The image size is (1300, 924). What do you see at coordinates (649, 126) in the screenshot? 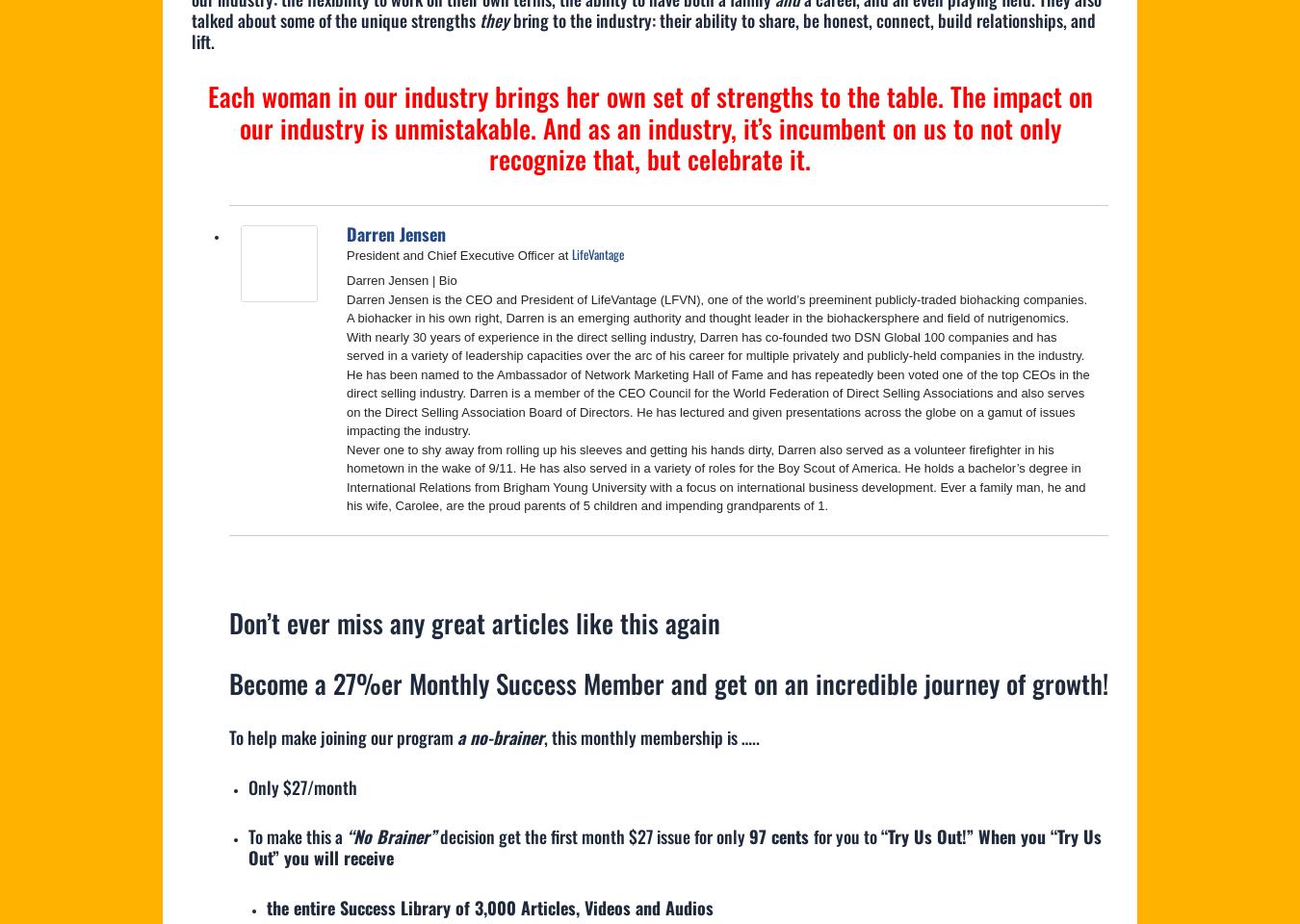
I see `'Each woman in our industry brings her own set of strengths to the table. The impact on our industry is unmistakable. And as an industry, it’s incumbent on us to not only recognize that, but celebrate it.'` at bounding box center [649, 126].